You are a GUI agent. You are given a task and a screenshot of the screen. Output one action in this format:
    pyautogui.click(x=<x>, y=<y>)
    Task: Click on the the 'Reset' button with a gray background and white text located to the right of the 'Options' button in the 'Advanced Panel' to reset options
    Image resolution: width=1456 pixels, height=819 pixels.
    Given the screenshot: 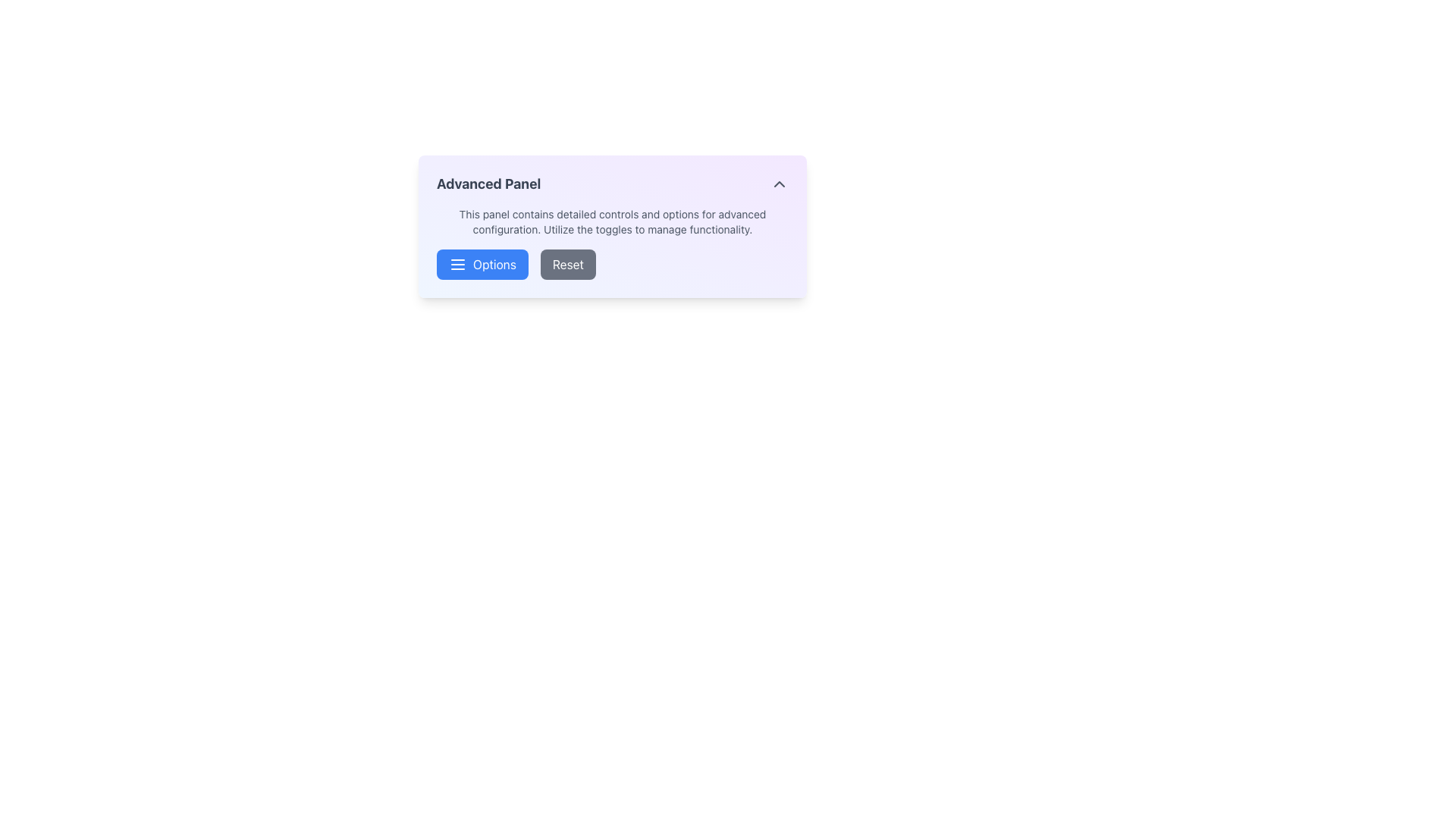 What is the action you would take?
    pyautogui.click(x=567, y=263)
    